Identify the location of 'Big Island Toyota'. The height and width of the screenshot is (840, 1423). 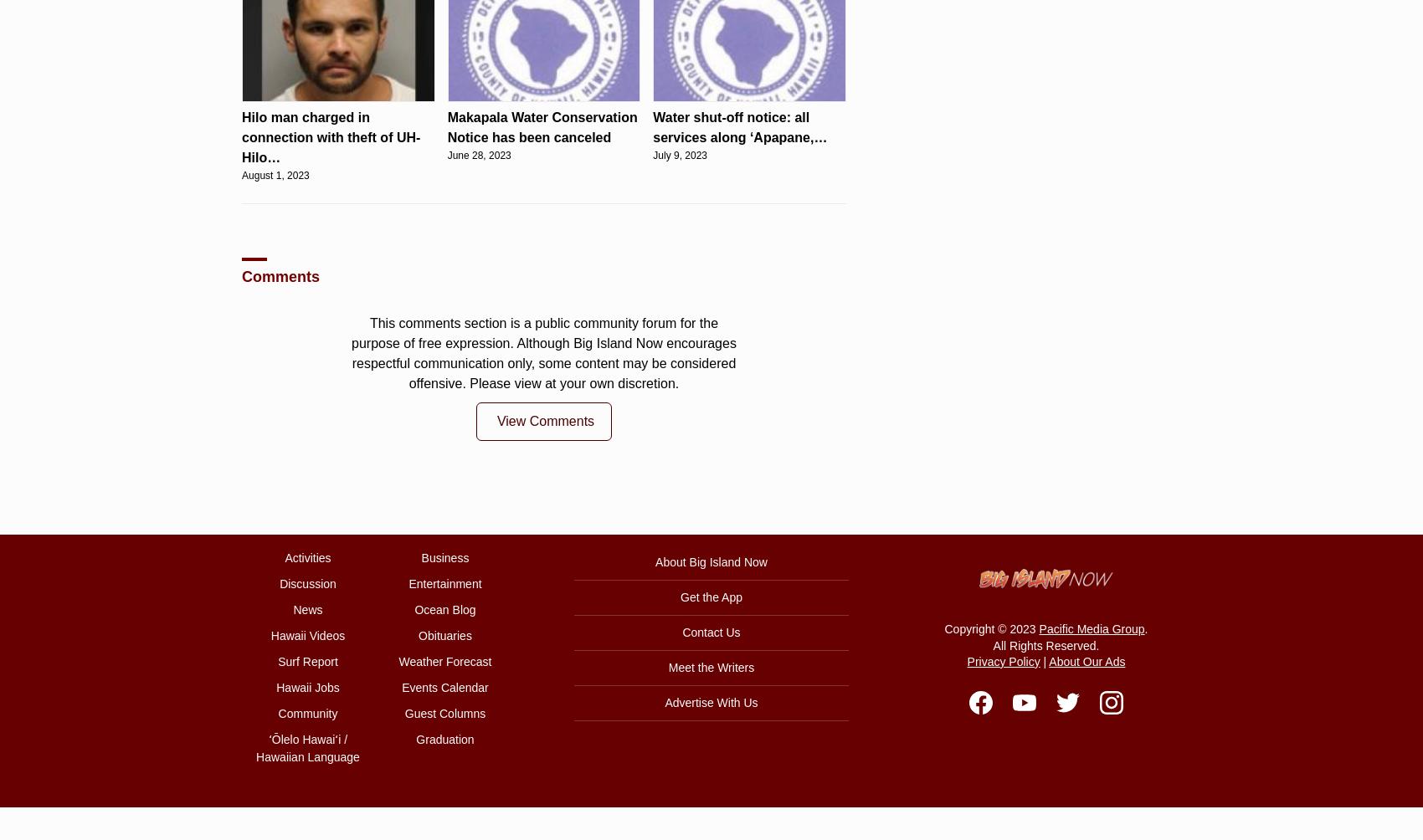
(756, 220).